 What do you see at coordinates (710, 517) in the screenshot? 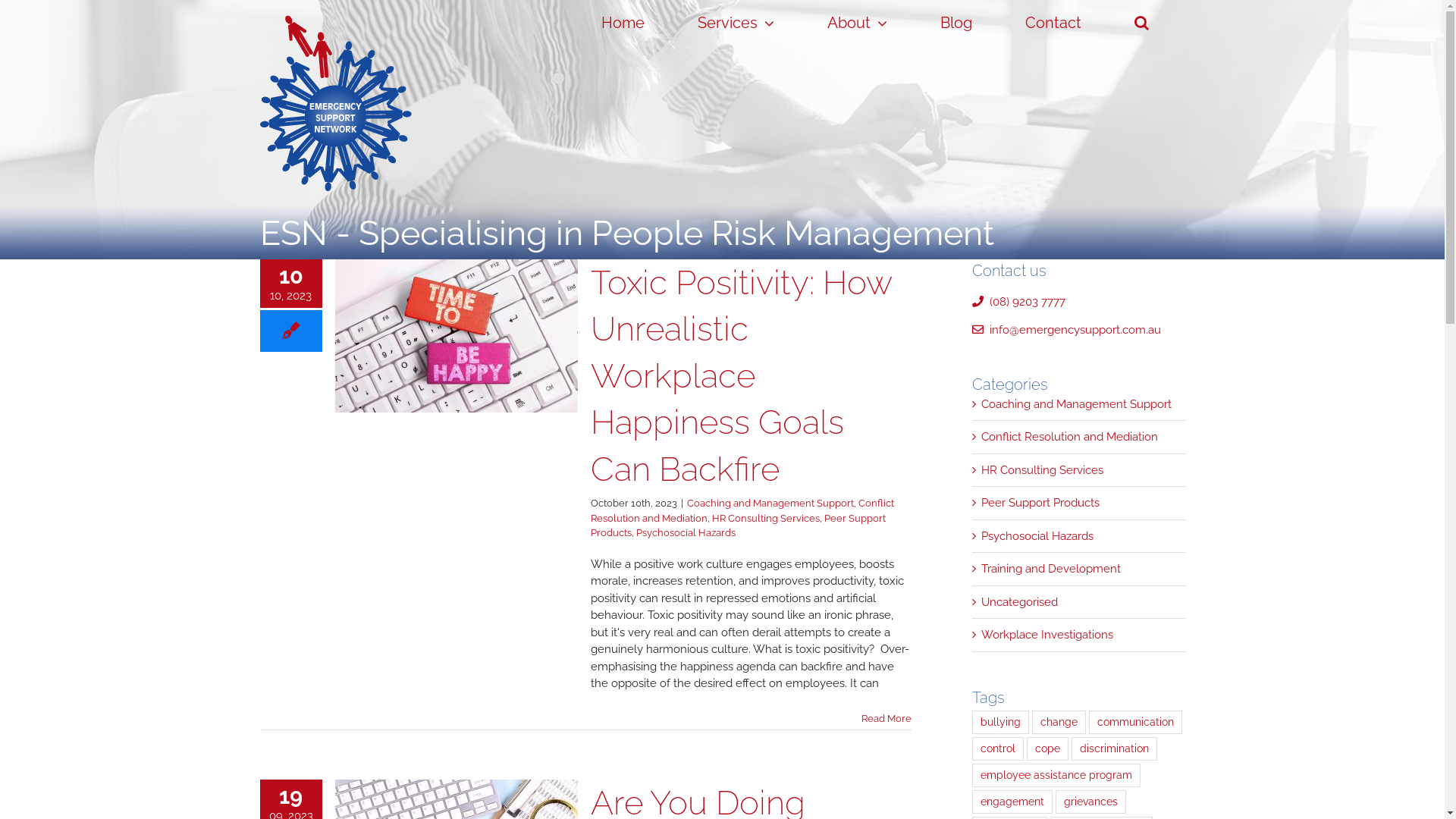
I see `'HR Consulting Services'` at bounding box center [710, 517].